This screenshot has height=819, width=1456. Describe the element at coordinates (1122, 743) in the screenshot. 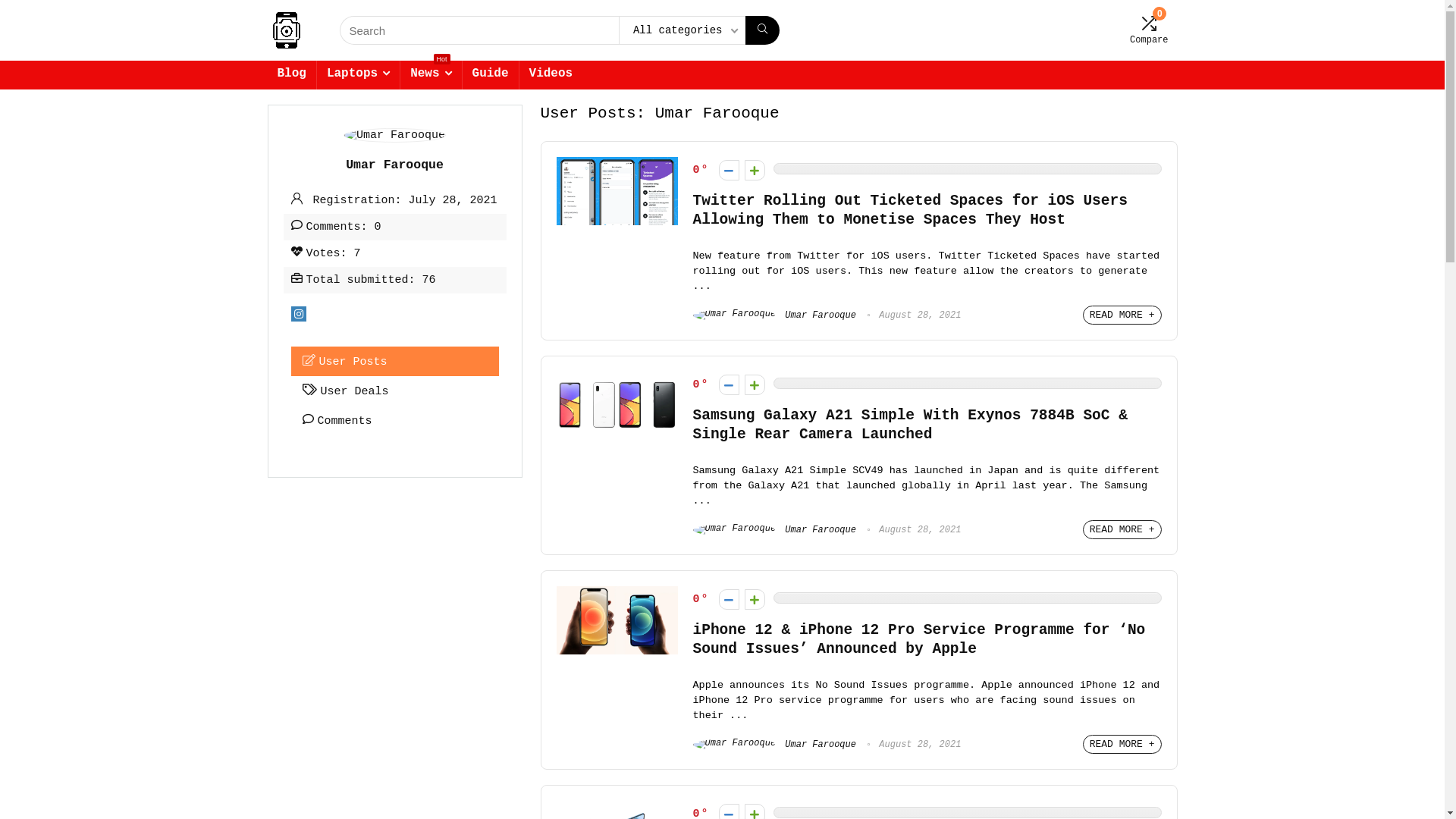

I see `'READ MORE +'` at that location.